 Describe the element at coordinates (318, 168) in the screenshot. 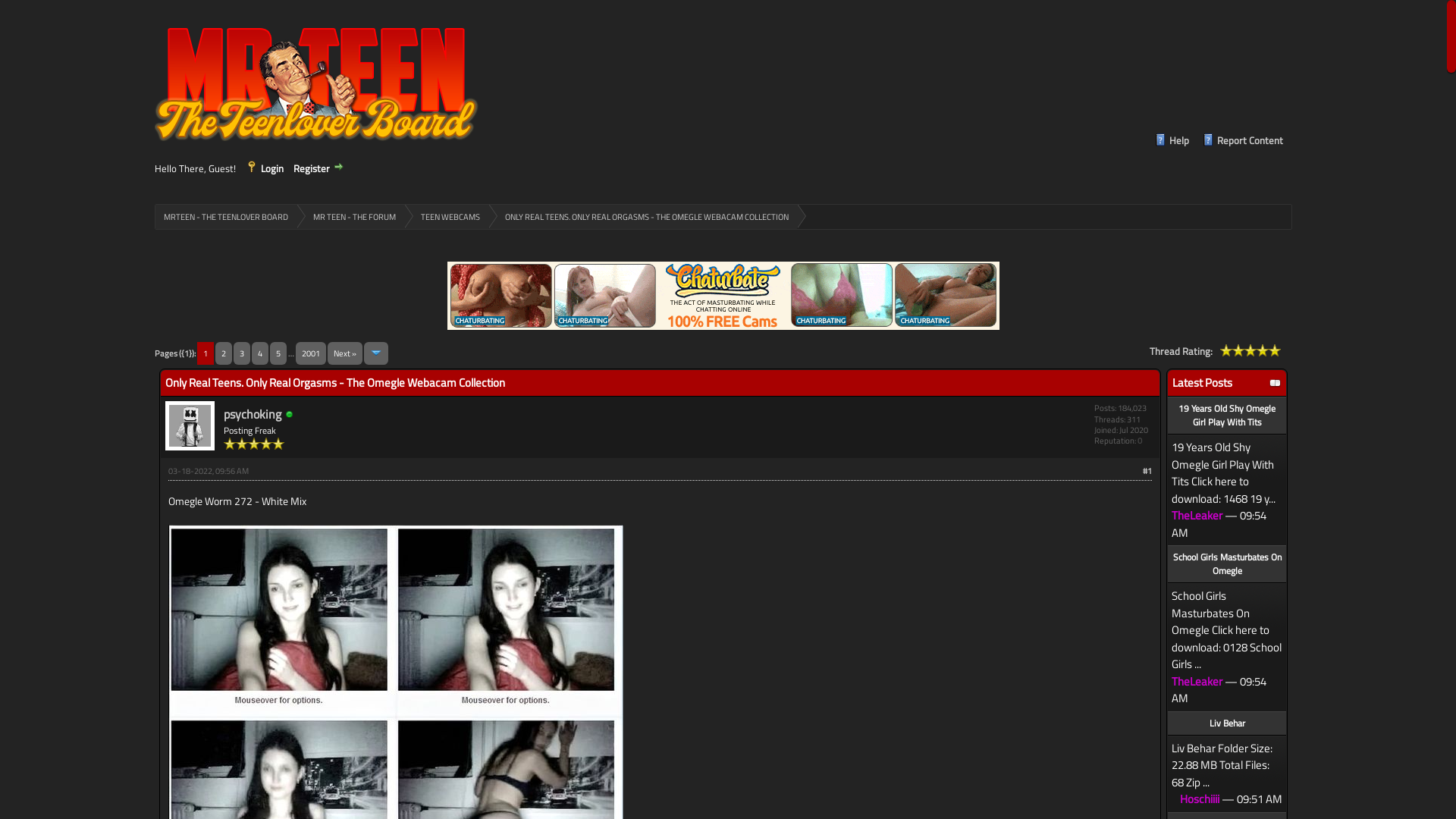

I see `'Register'` at that location.